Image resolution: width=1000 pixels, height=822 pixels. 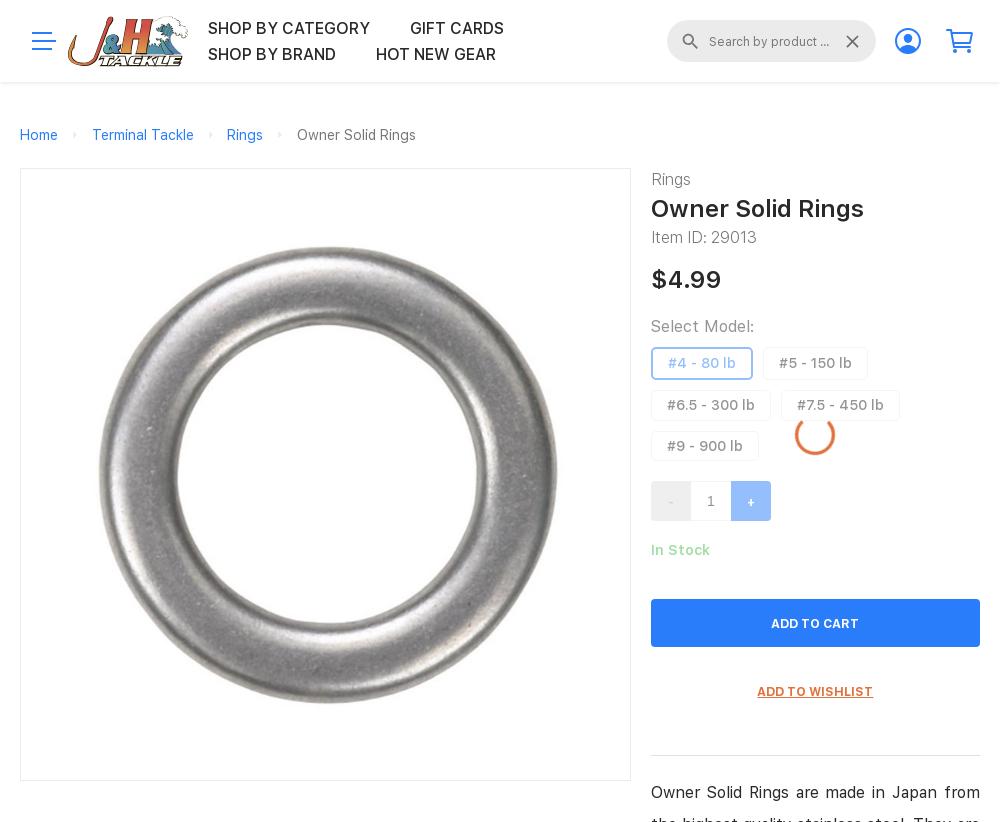 I want to click on '-', so click(x=670, y=499).